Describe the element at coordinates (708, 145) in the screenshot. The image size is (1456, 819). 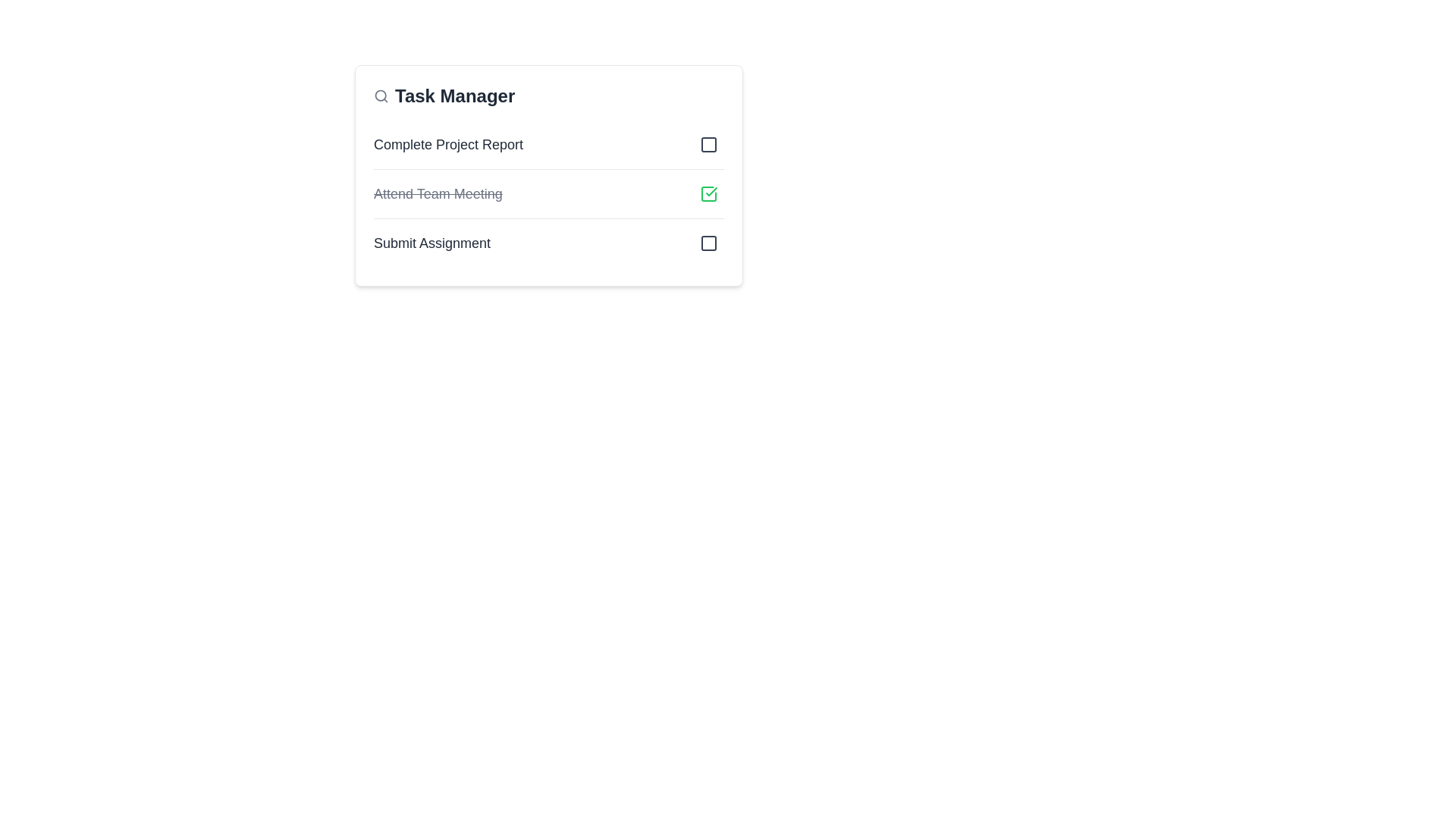
I see `the red-bordered button located at the far right end of the first item in the vertical task list` at that location.